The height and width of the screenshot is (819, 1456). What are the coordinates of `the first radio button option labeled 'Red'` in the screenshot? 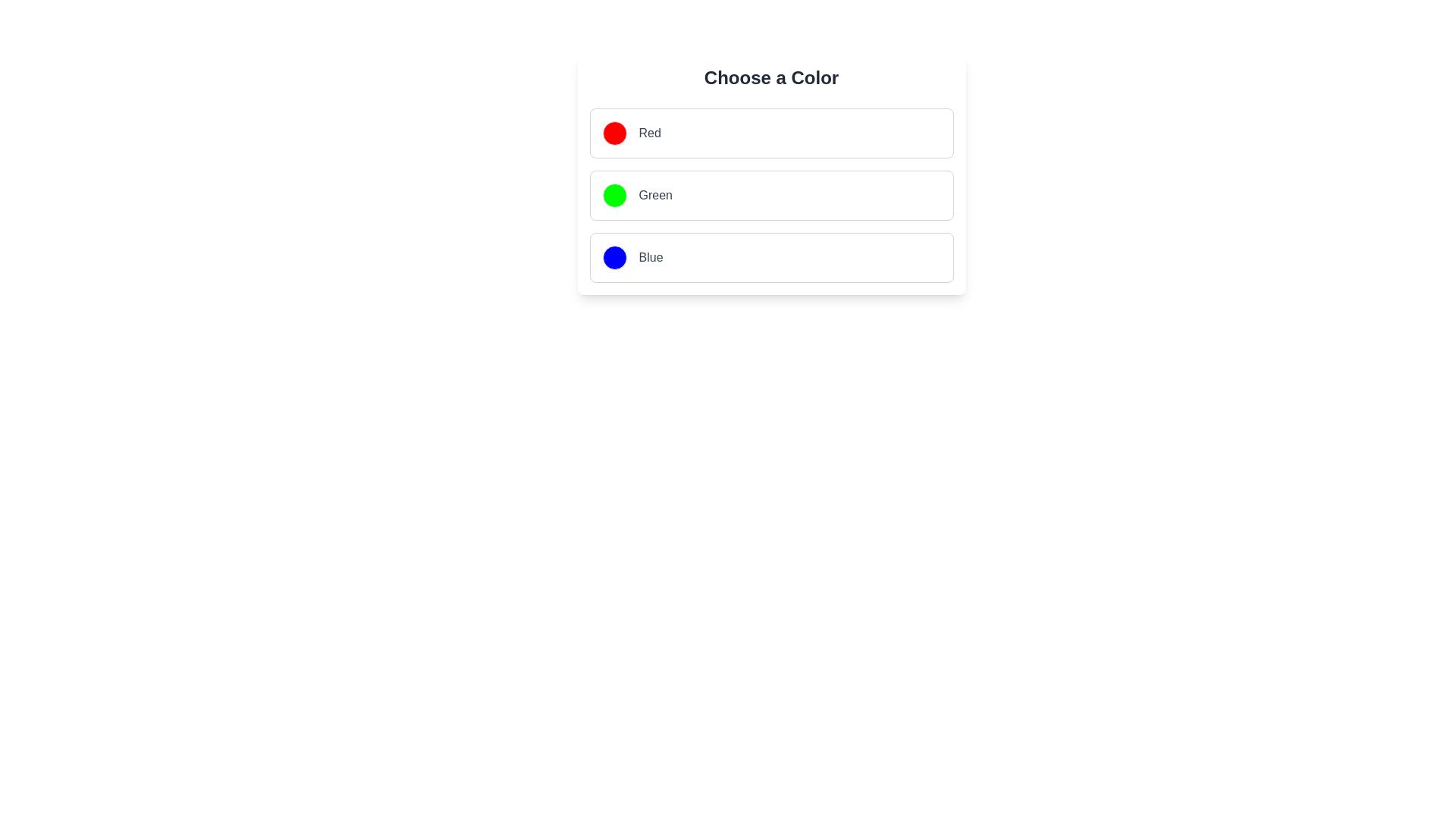 It's located at (771, 133).